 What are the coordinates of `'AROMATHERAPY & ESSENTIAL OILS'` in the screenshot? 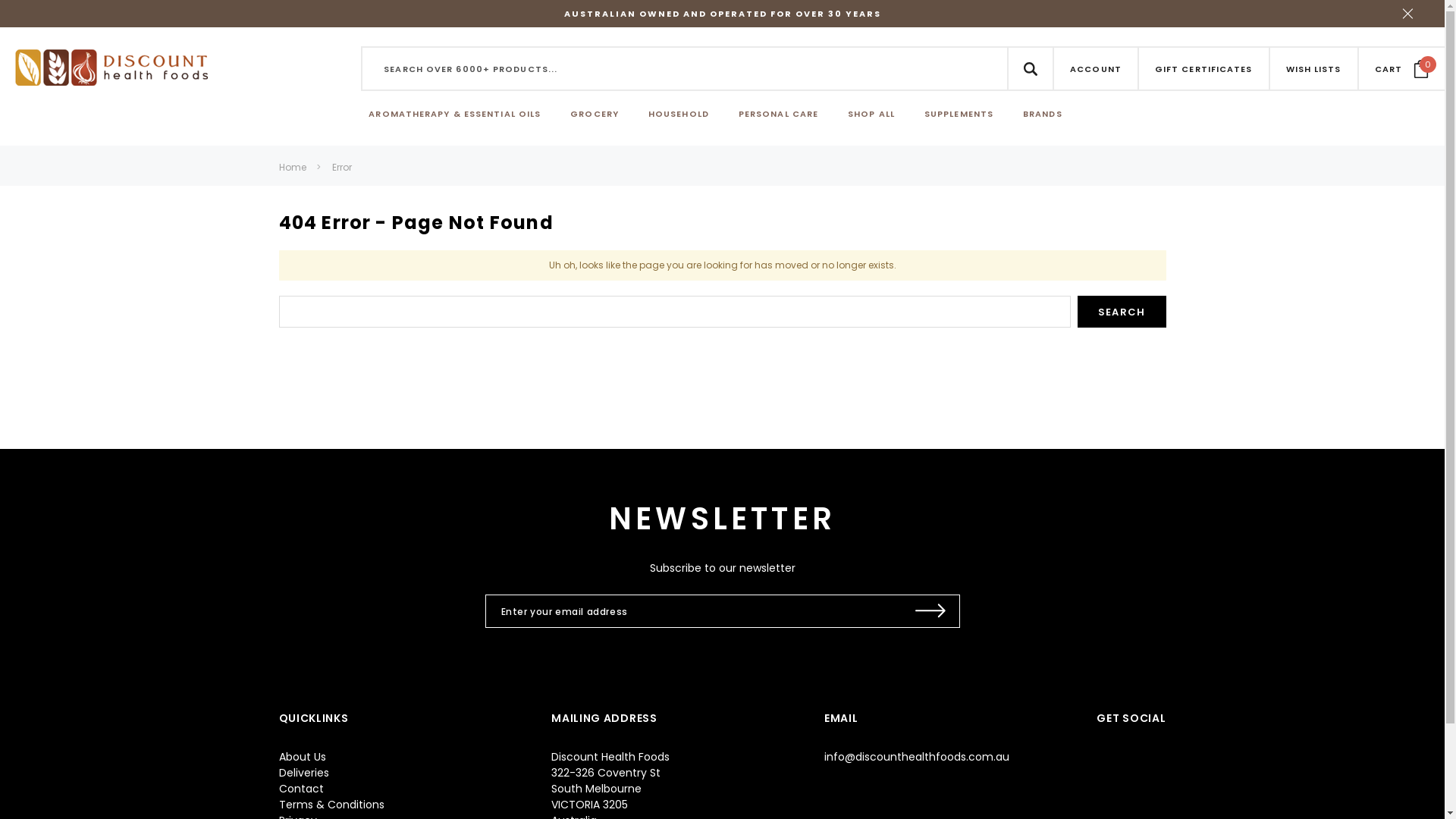 It's located at (453, 113).